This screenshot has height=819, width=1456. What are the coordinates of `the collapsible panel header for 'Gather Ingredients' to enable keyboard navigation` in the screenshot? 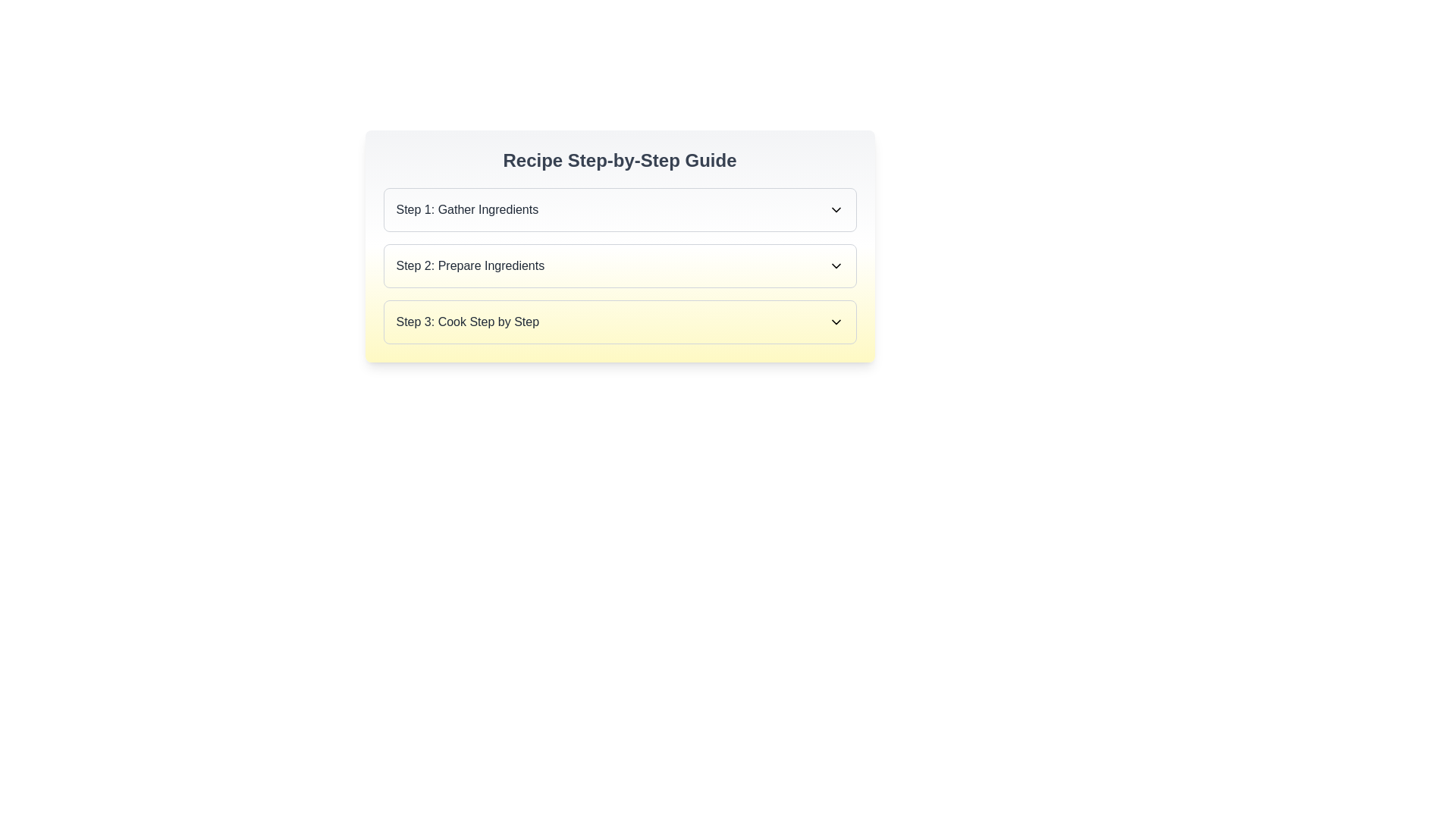 It's located at (620, 210).